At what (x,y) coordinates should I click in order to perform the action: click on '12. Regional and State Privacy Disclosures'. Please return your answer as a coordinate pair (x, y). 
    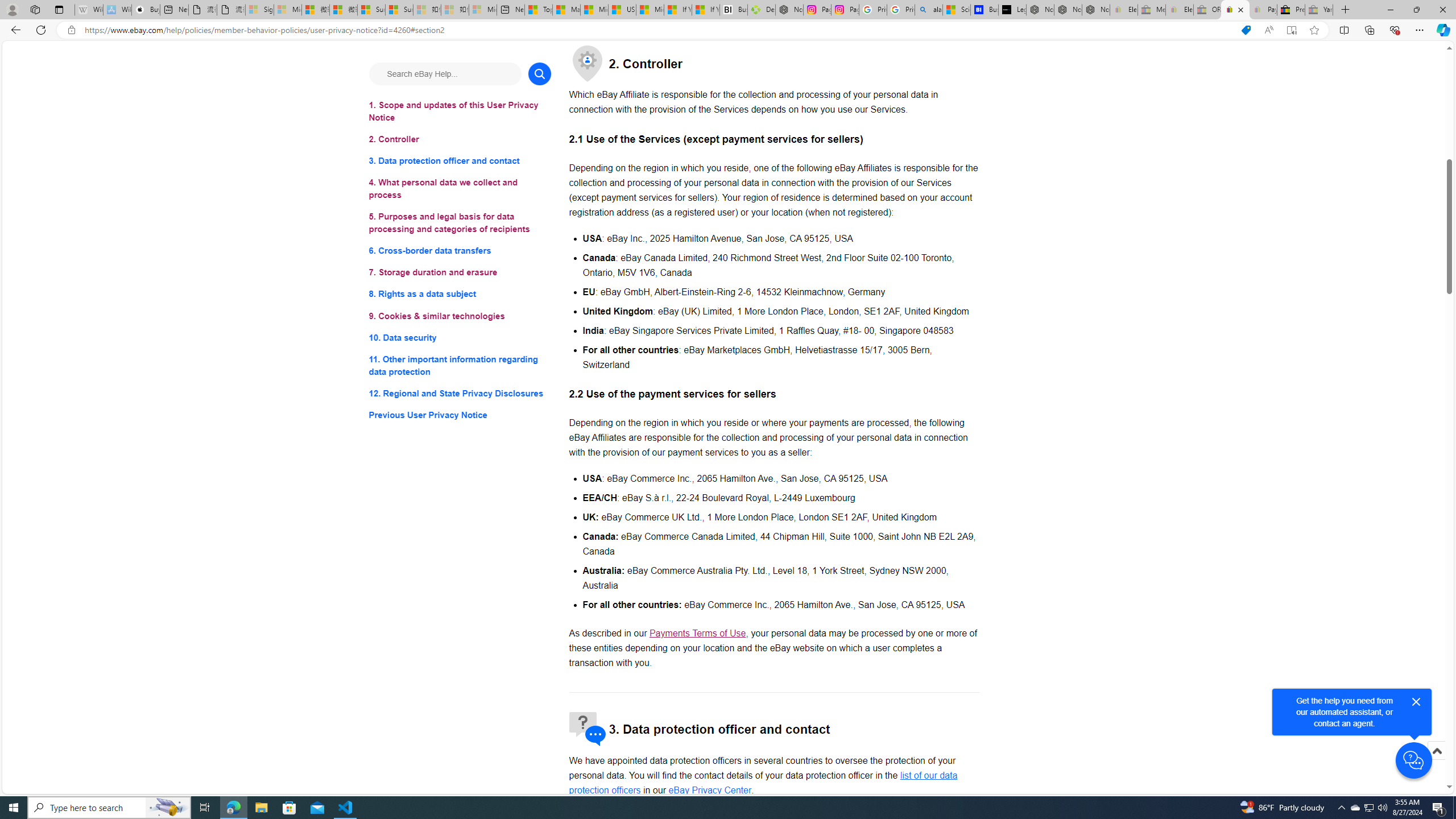
    Looking at the image, I should click on (459, 392).